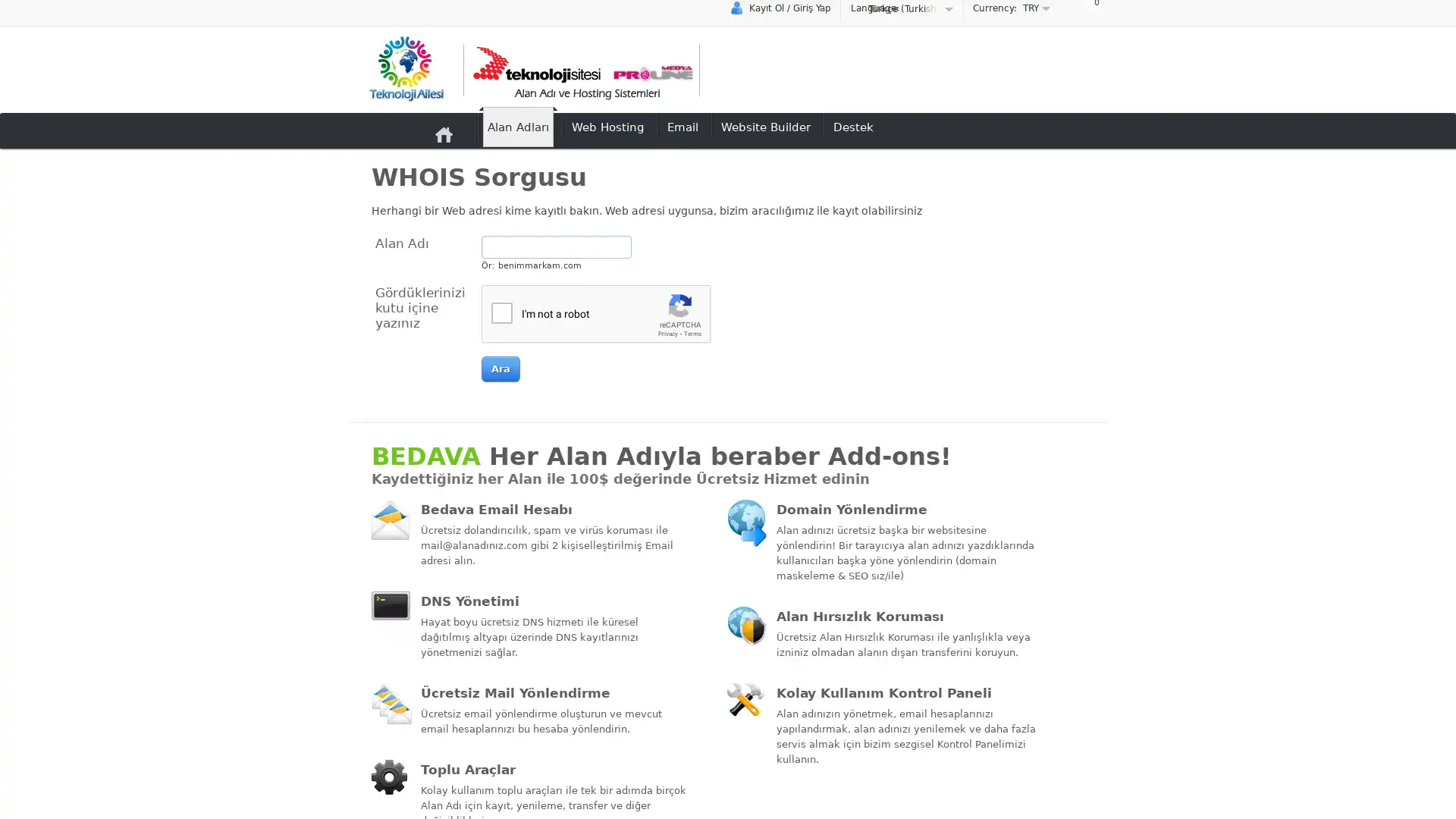 The height and width of the screenshot is (819, 1456). I want to click on Ara, so click(500, 369).